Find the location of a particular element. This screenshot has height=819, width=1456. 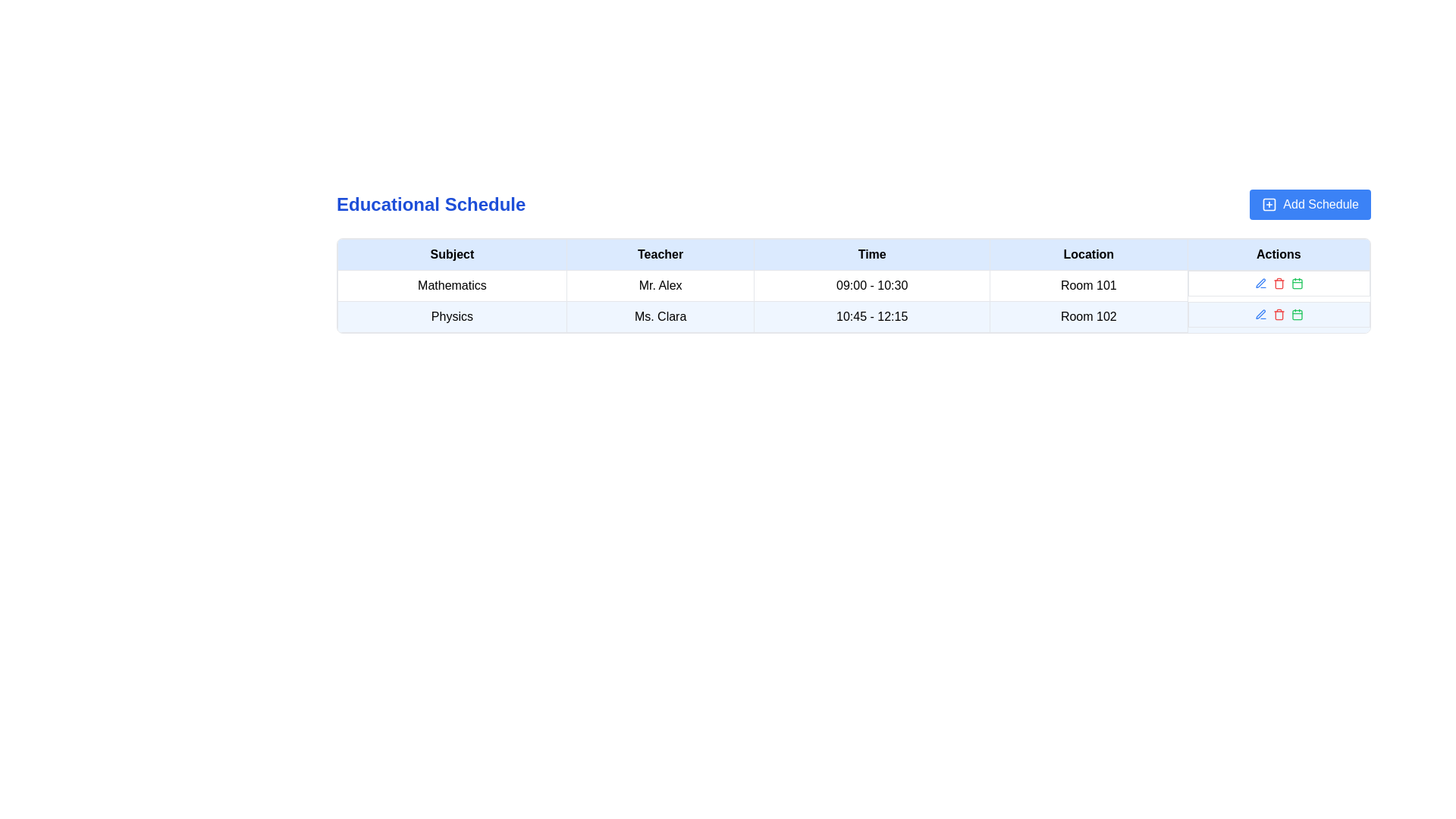

the 'Edit' icon button located in the 'Actions' column of the data table for the 'Physics' row is located at coordinates (1260, 283).